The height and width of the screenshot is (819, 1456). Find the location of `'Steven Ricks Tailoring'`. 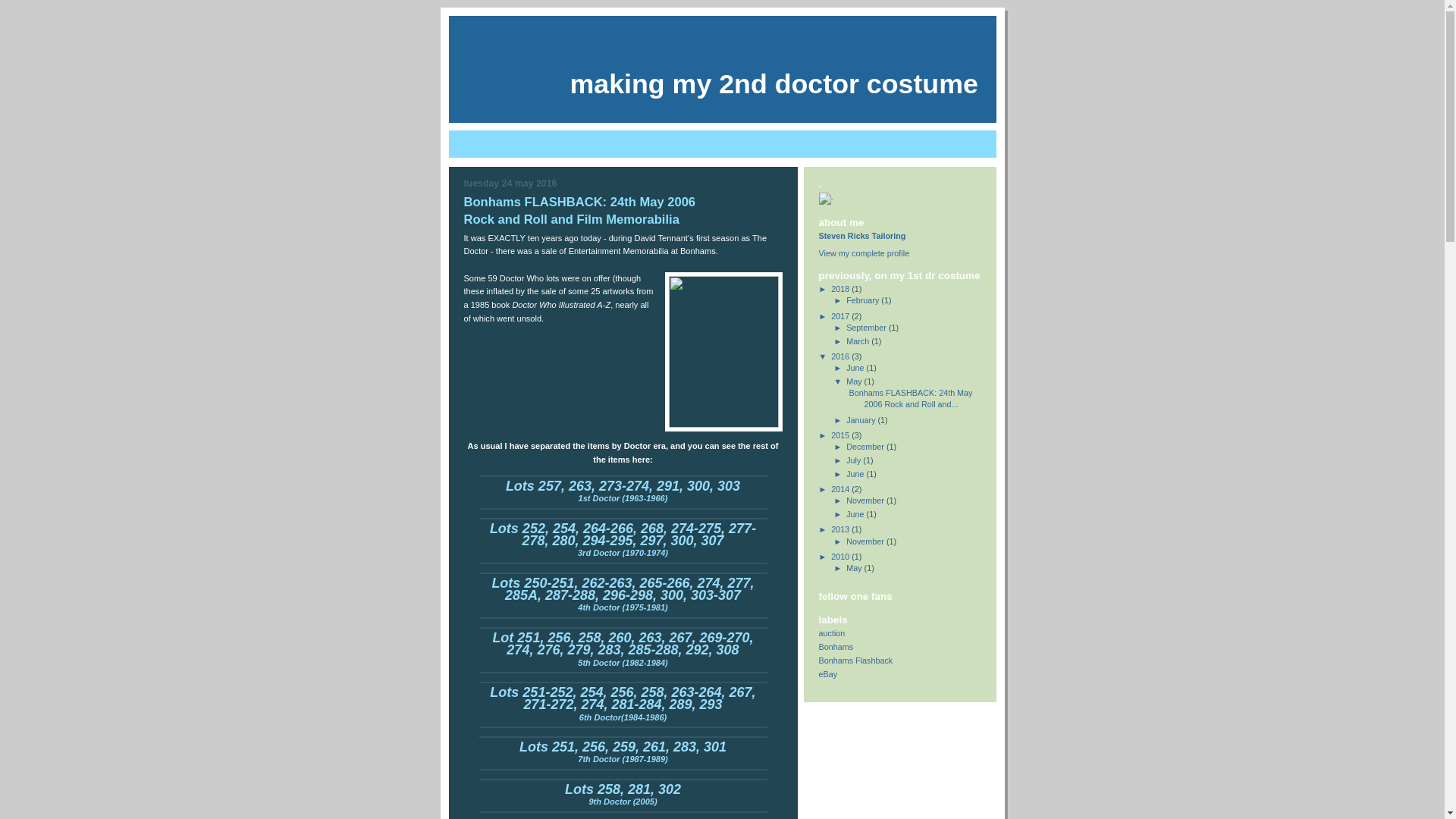

'Steven Ricks Tailoring' is located at coordinates (818, 236).